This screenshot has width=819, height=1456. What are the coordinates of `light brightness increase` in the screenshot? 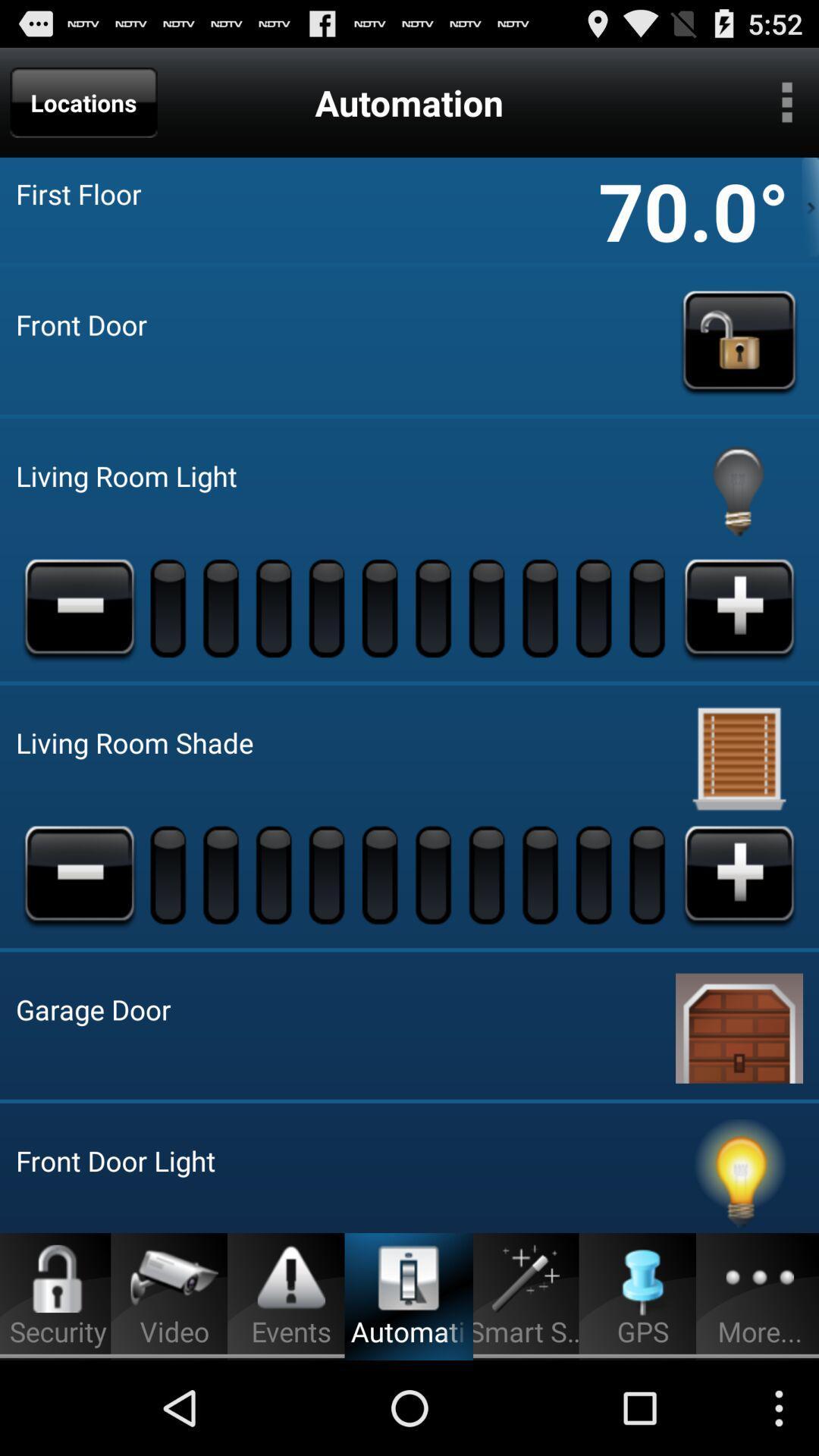 It's located at (739, 607).